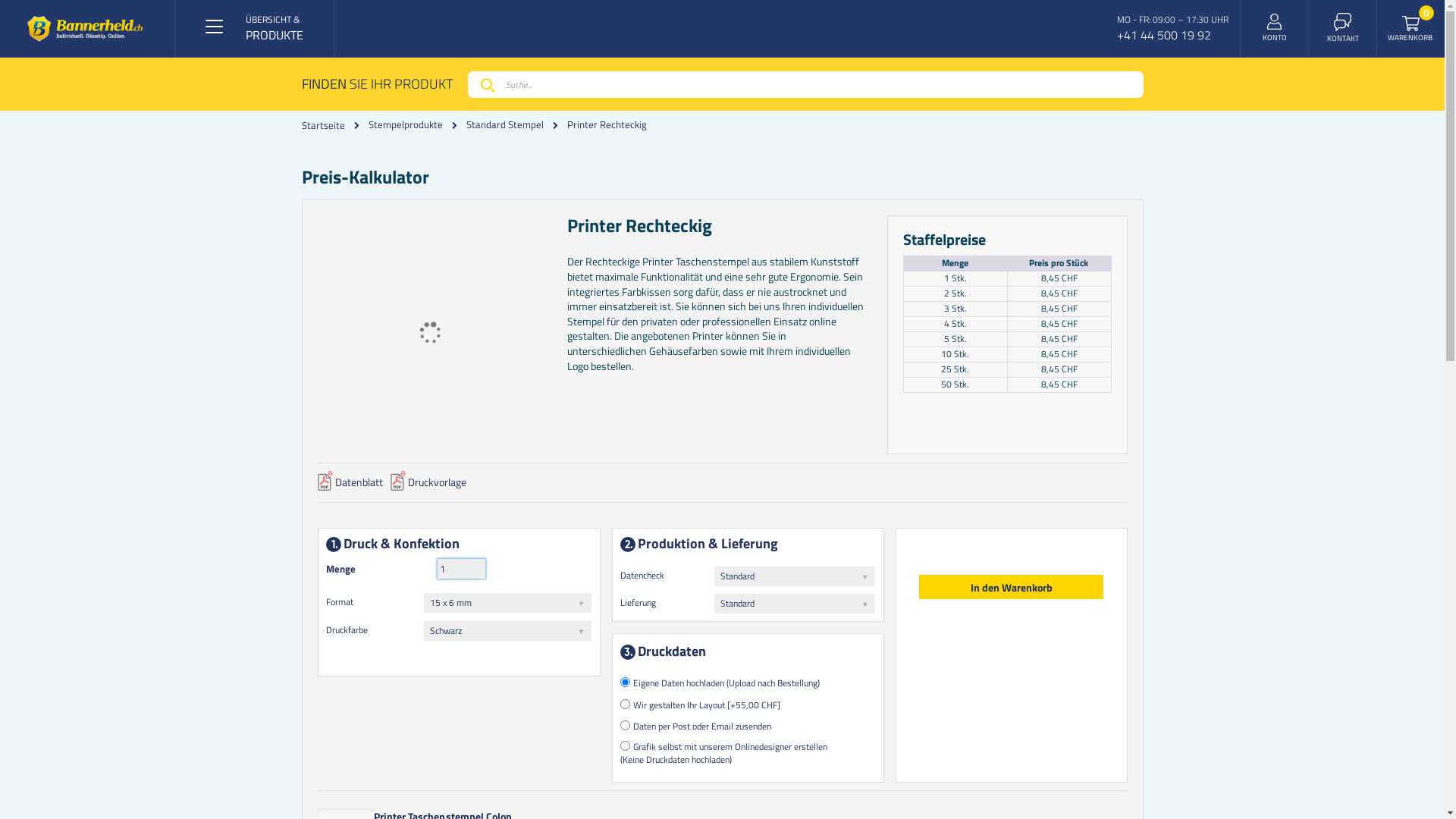 This screenshot has width=1456, height=819. What do you see at coordinates (315, 486) in the screenshot?
I see `'Datenblatt'` at bounding box center [315, 486].